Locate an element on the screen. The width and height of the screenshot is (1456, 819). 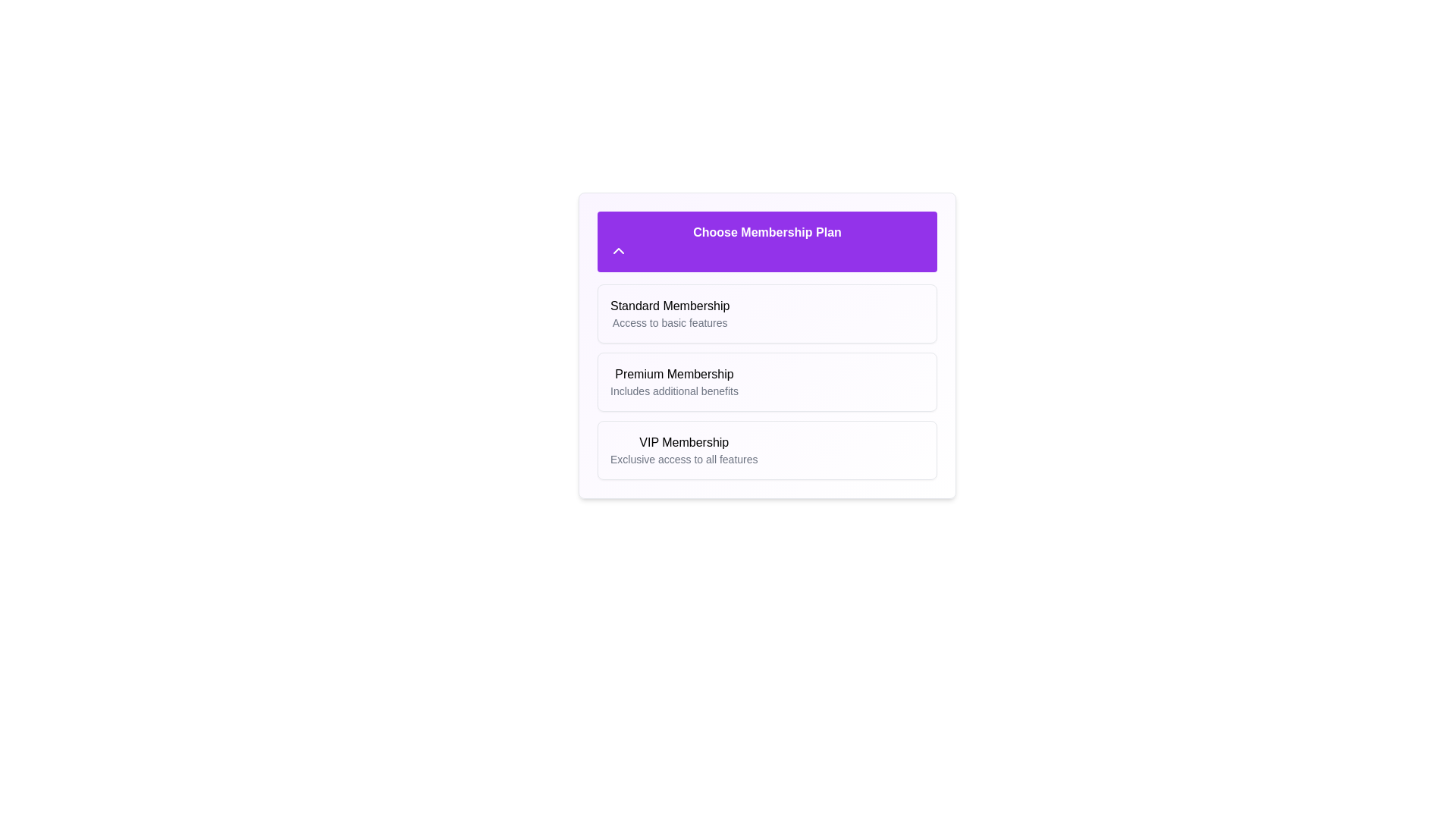
the static text label that serves as the title for the second membership plan, positioned between 'Standard Membership' and 'VIP Membership' is located at coordinates (673, 374).